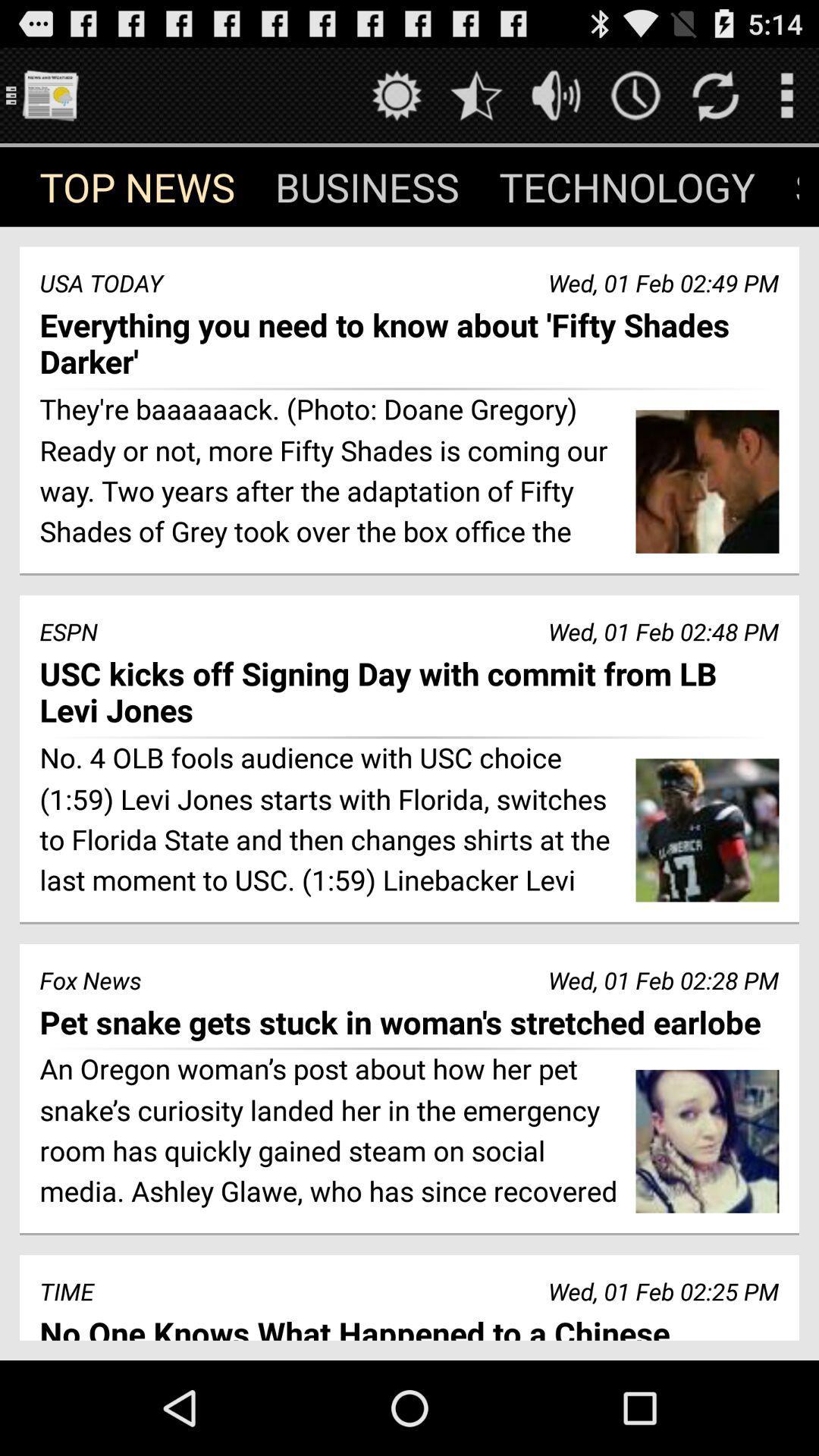 This screenshot has height=1456, width=819. Describe the element at coordinates (475, 94) in the screenshot. I see `to favorite` at that location.